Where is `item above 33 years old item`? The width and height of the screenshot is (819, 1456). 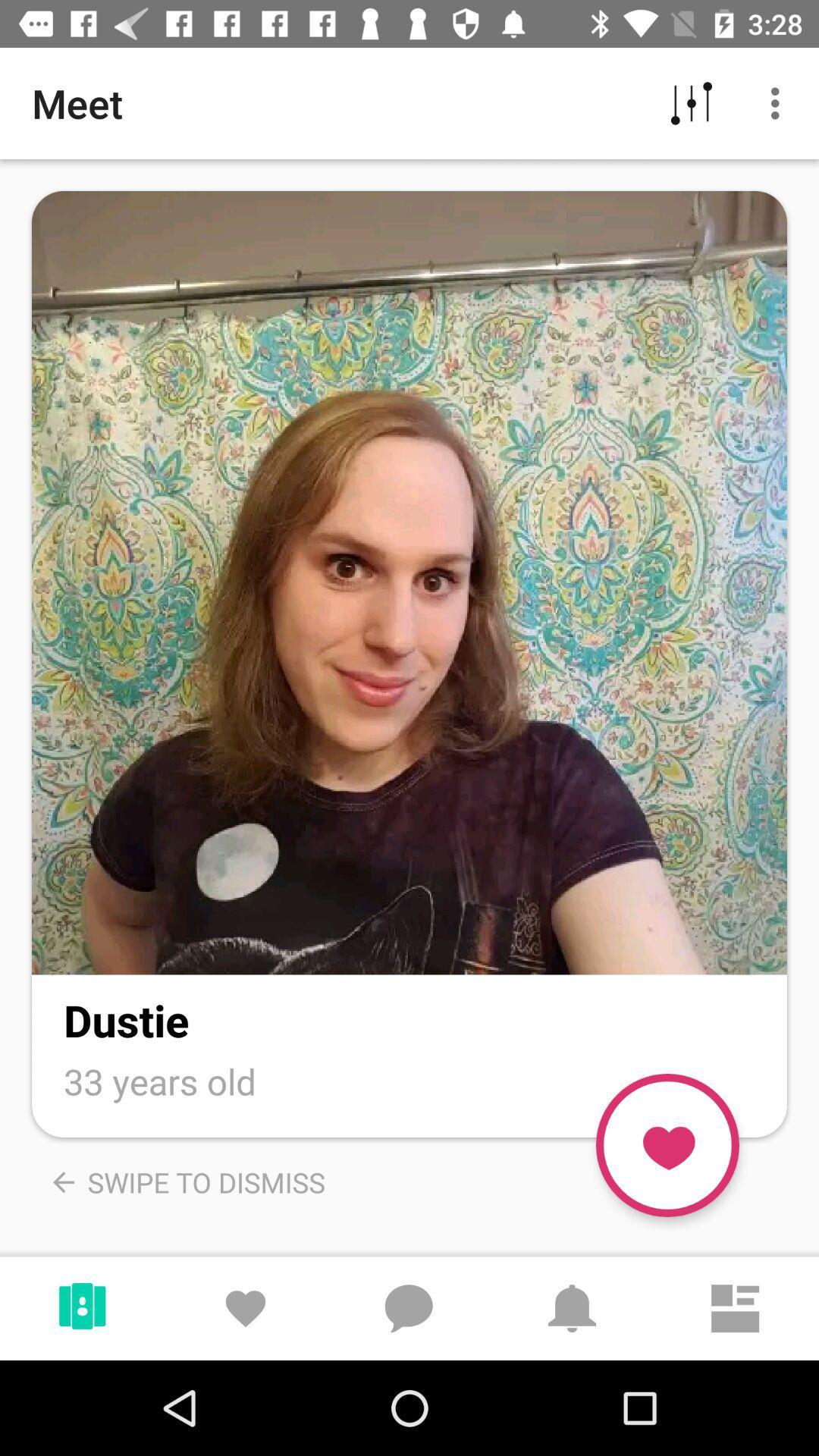 item above 33 years old item is located at coordinates (125, 1020).